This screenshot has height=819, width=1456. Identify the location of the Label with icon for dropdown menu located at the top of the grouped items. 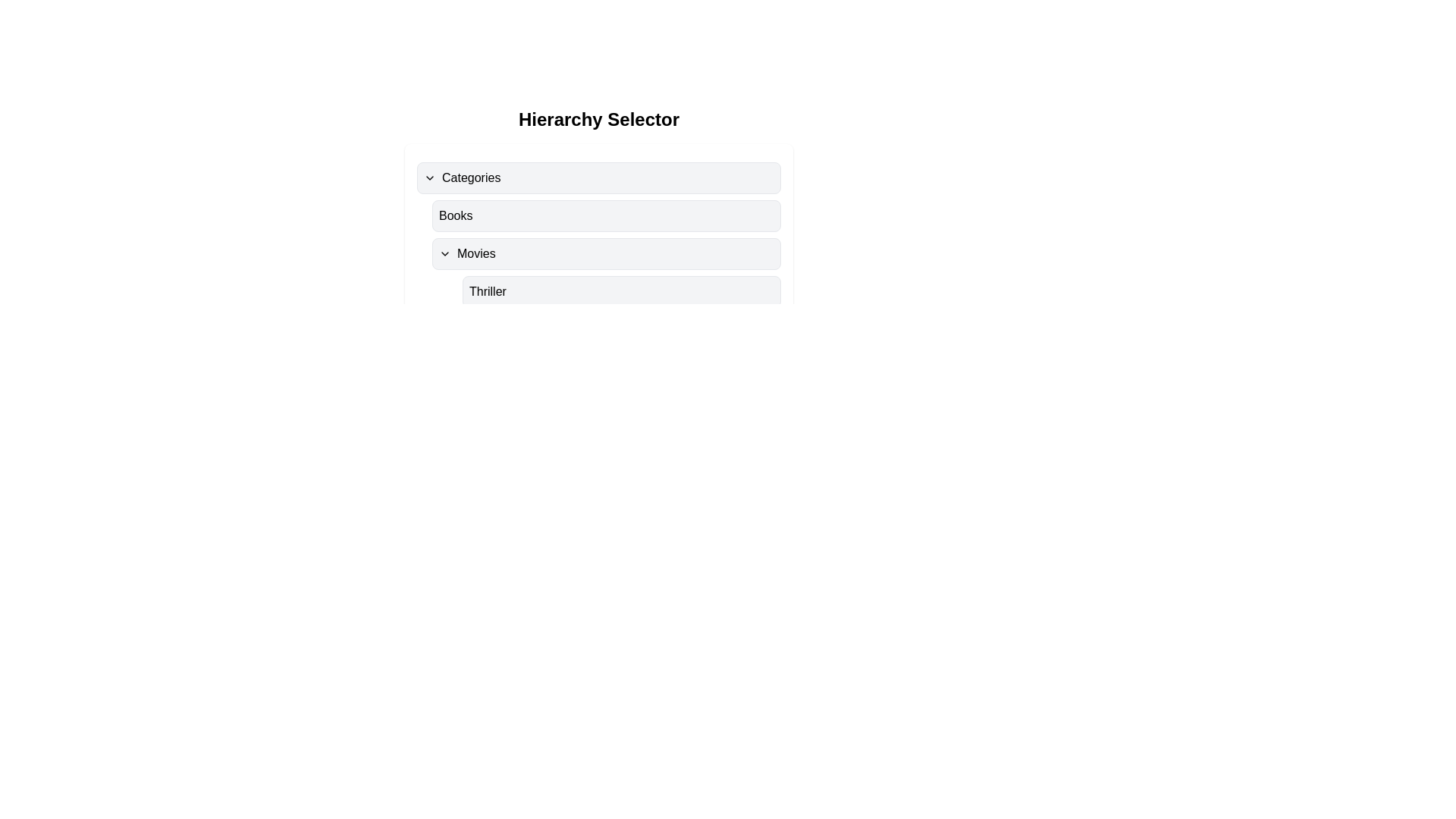
(461, 177).